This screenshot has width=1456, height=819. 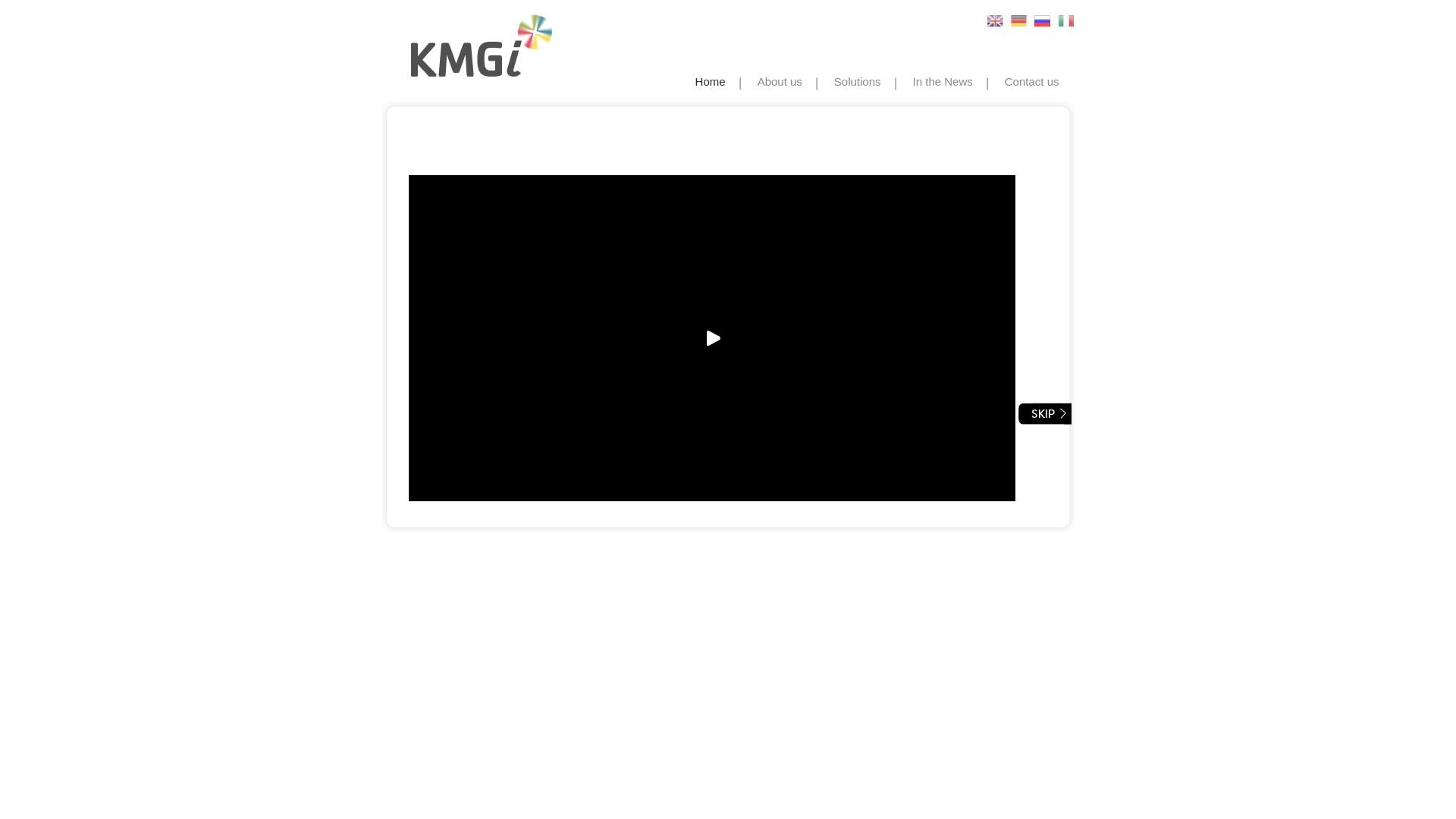 What do you see at coordinates (995, 20) in the screenshot?
I see `'English'` at bounding box center [995, 20].